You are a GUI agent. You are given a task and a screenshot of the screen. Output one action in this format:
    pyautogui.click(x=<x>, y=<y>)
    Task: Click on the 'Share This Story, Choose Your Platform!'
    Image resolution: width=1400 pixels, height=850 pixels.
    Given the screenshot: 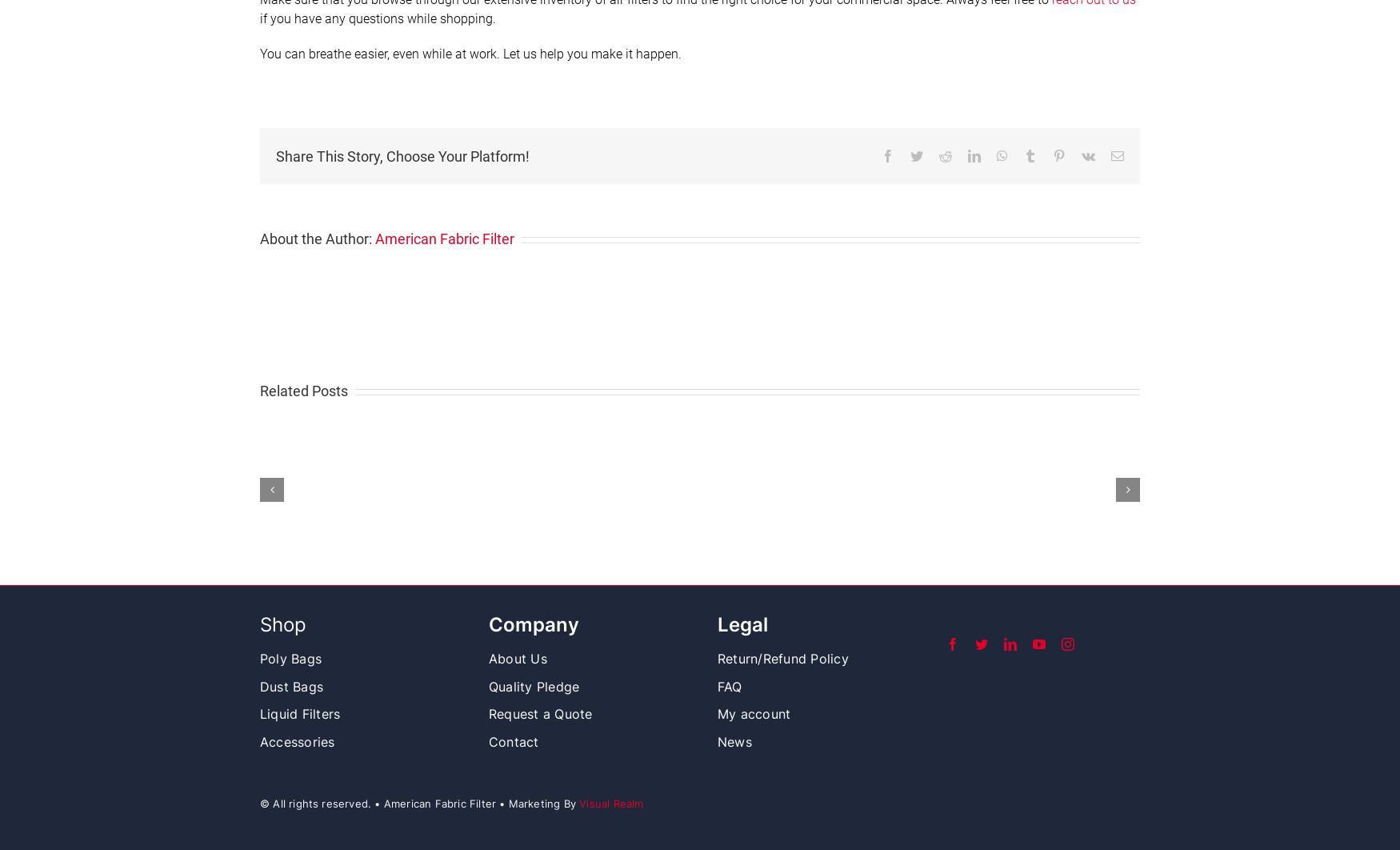 What is the action you would take?
    pyautogui.click(x=402, y=155)
    